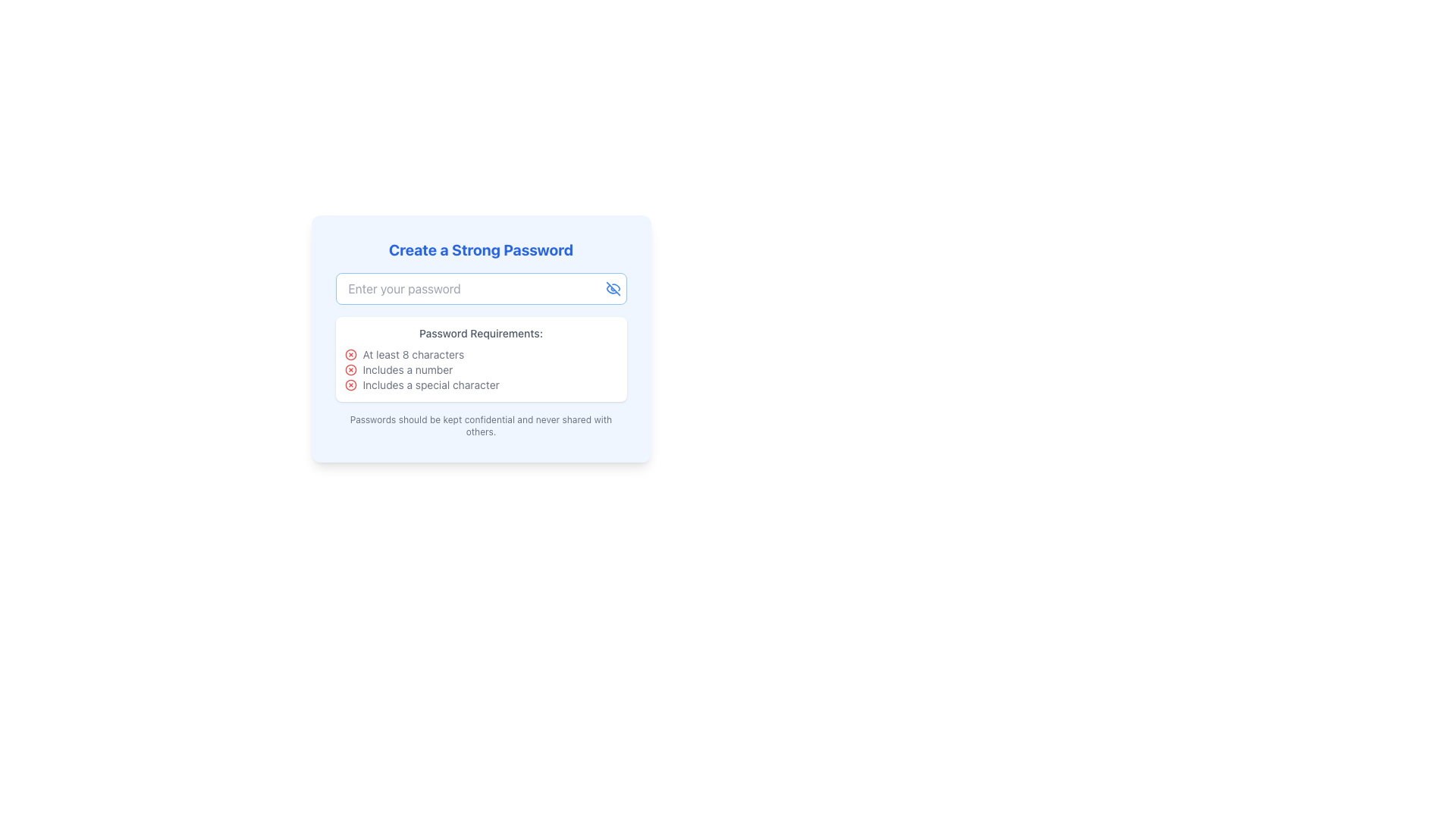 The image size is (1456, 819). What do you see at coordinates (413, 354) in the screenshot?
I see `the text label that displays 'At least 8 characters', which is styled in small gray font and is the first item in the list of password requirements located under the password input field` at bounding box center [413, 354].